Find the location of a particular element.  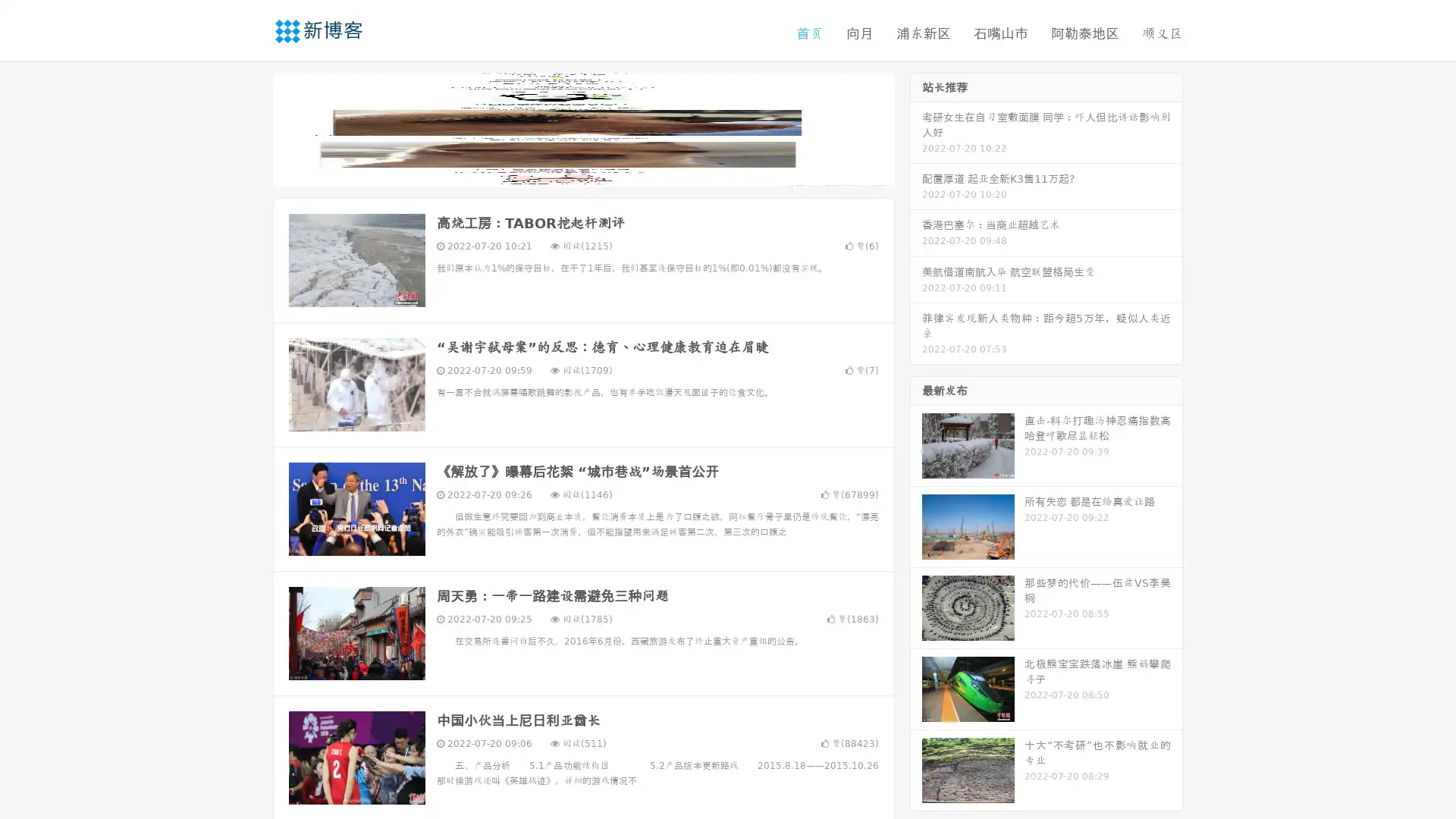

Next slide is located at coordinates (916, 127).